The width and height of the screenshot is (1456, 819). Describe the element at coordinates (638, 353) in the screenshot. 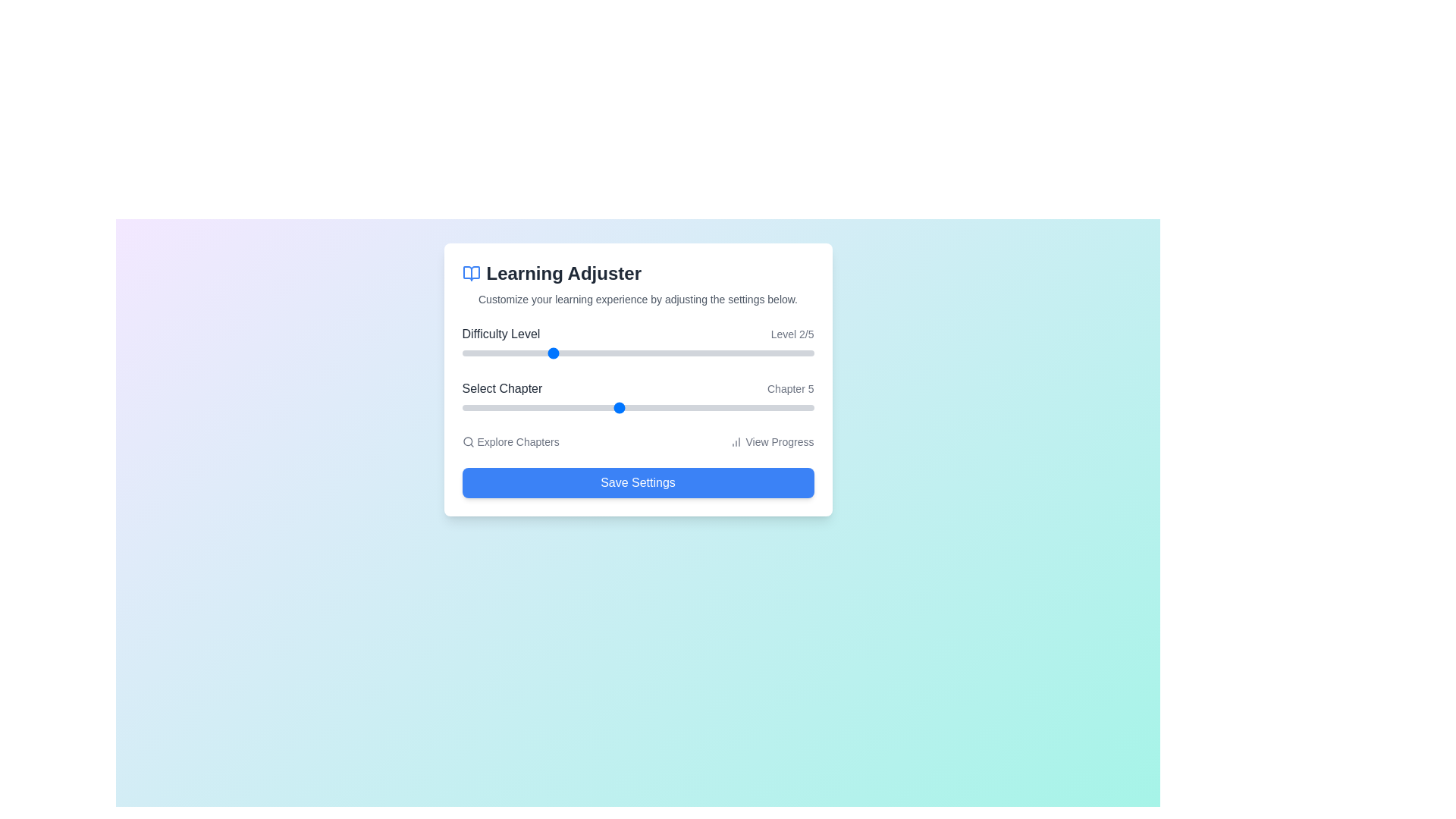

I see `the learning difficulty level` at that location.